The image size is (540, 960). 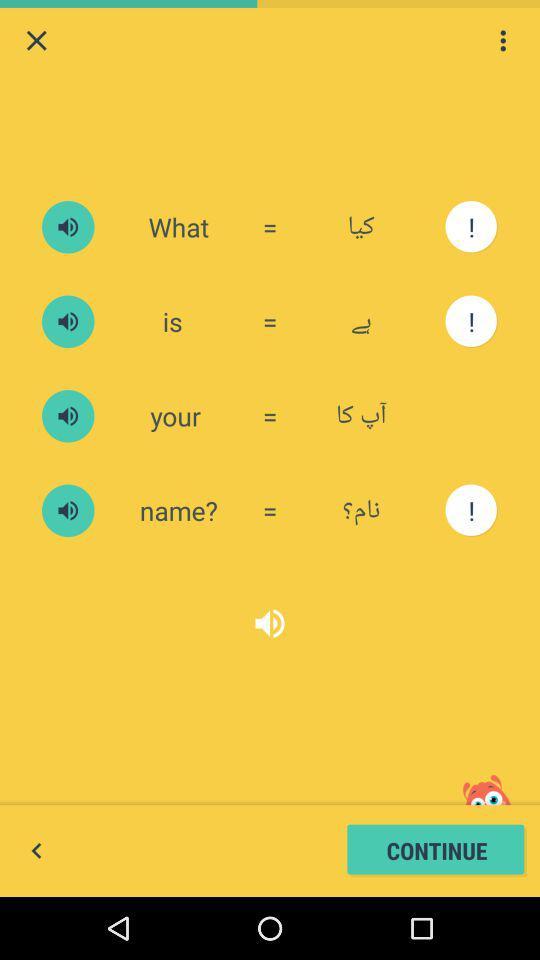 What do you see at coordinates (67, 509) in the screenshot?
I see `a free english learning course used by over 50 million learners for spoken english` at bounding box center [67, 509].